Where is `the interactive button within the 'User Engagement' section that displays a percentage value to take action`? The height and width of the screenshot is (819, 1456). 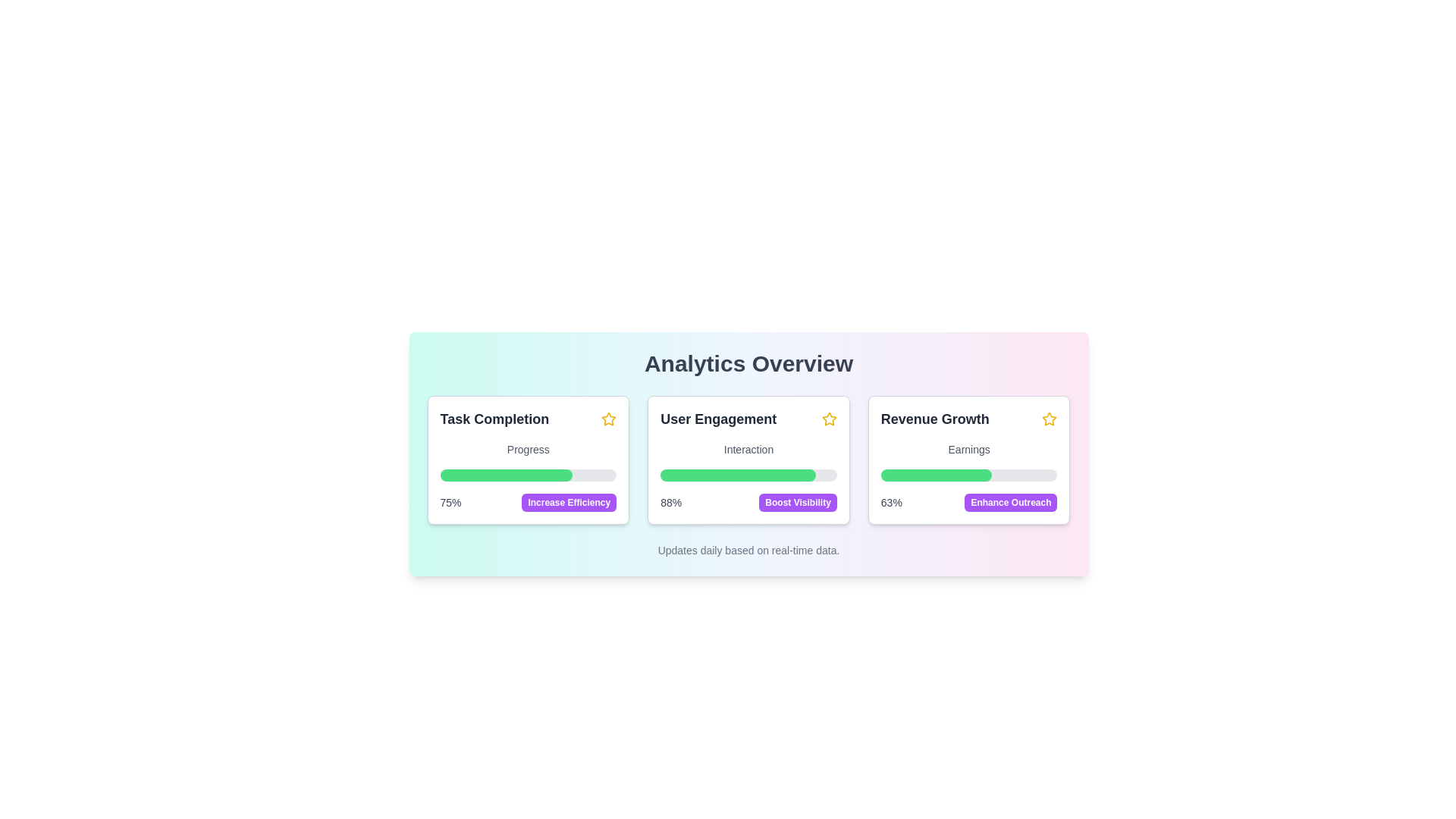
the interactive button within the 'User Engagement' section that displays a percentage value to take action is located at coordinates (748, 503).